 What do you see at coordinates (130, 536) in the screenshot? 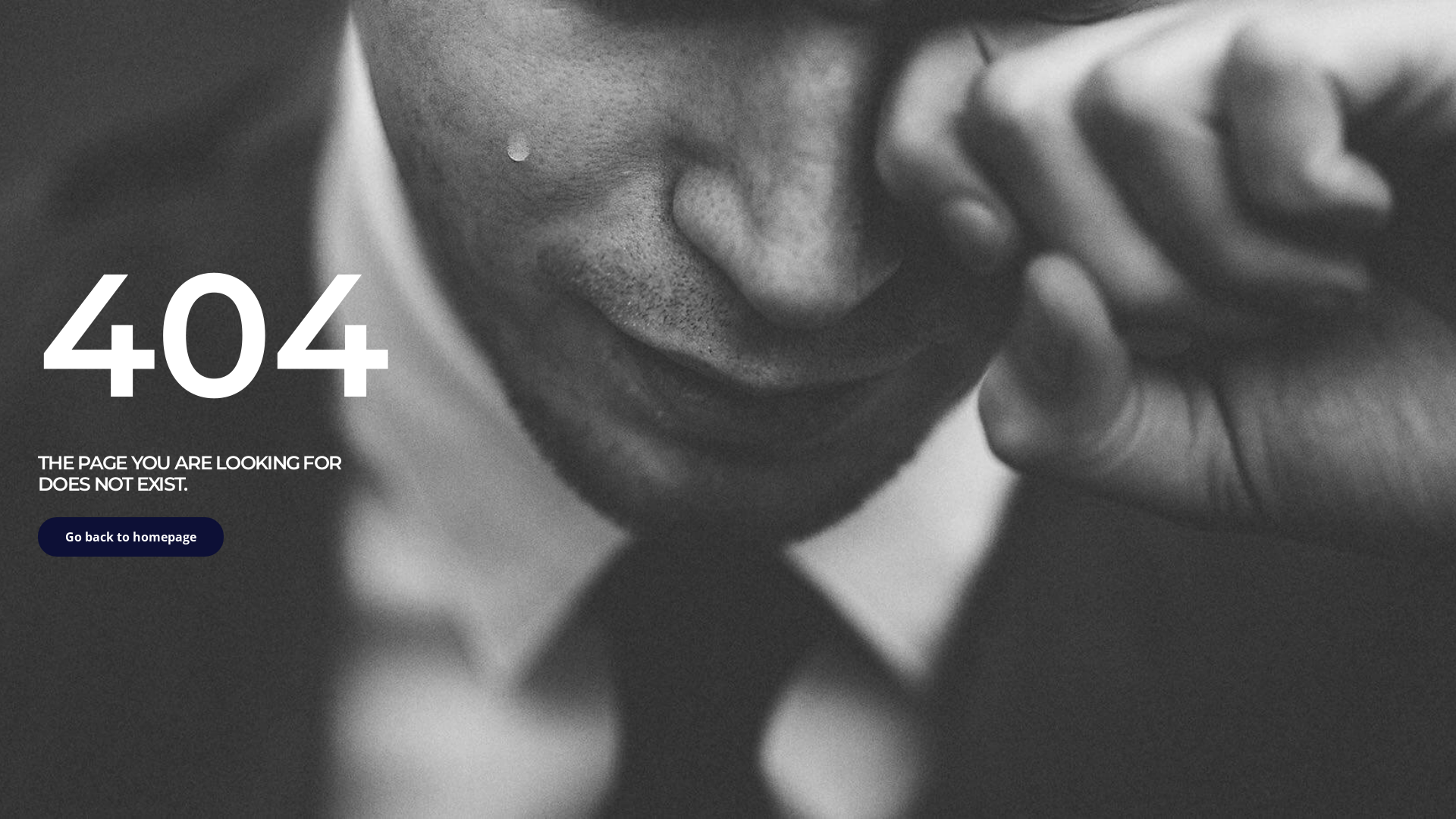
I see `'Go back to homepage'` at bounding box center [130, 536].